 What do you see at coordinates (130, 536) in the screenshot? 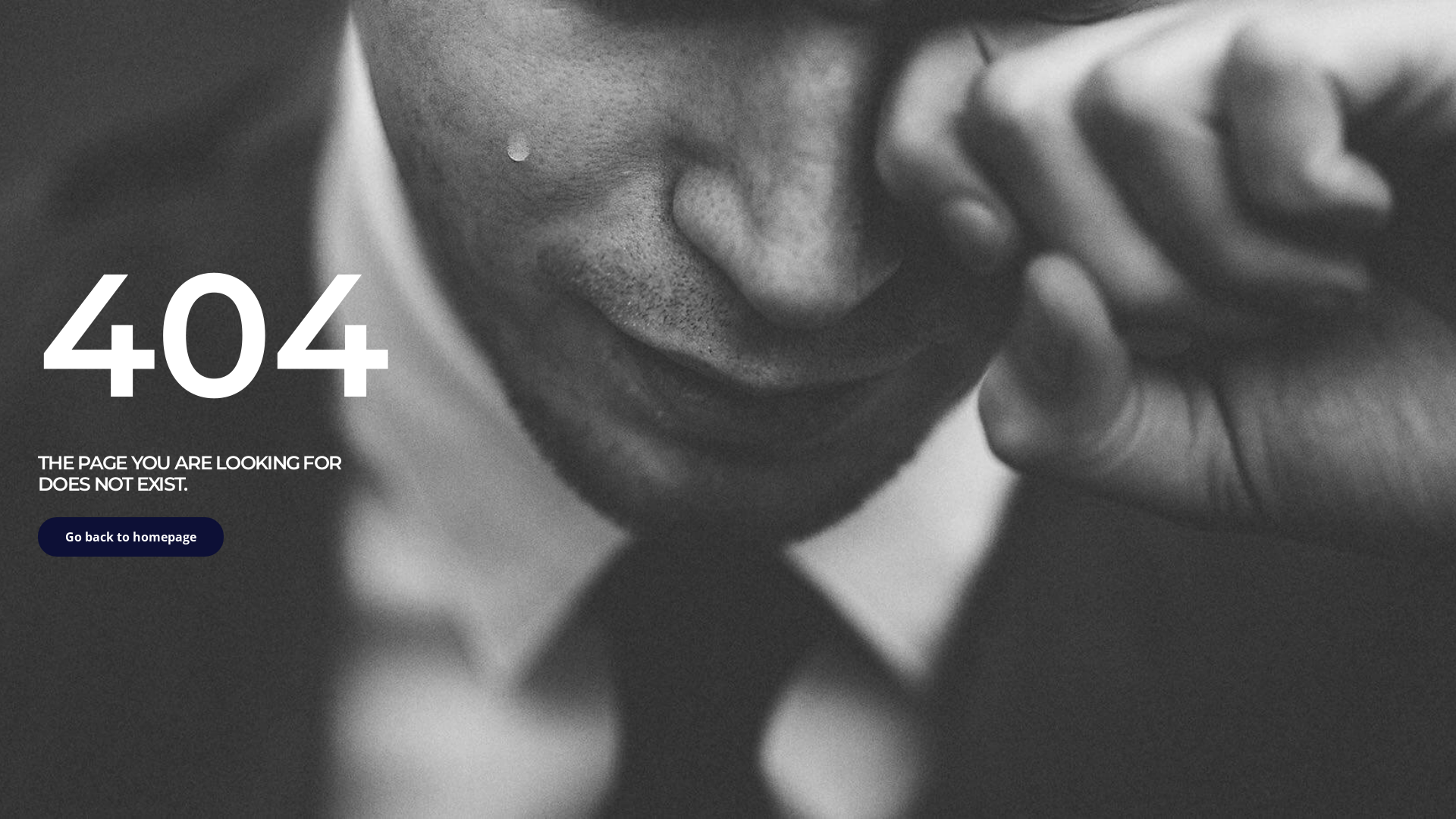
I see `'Go back to homepage'` at bounding box center [130, 536].